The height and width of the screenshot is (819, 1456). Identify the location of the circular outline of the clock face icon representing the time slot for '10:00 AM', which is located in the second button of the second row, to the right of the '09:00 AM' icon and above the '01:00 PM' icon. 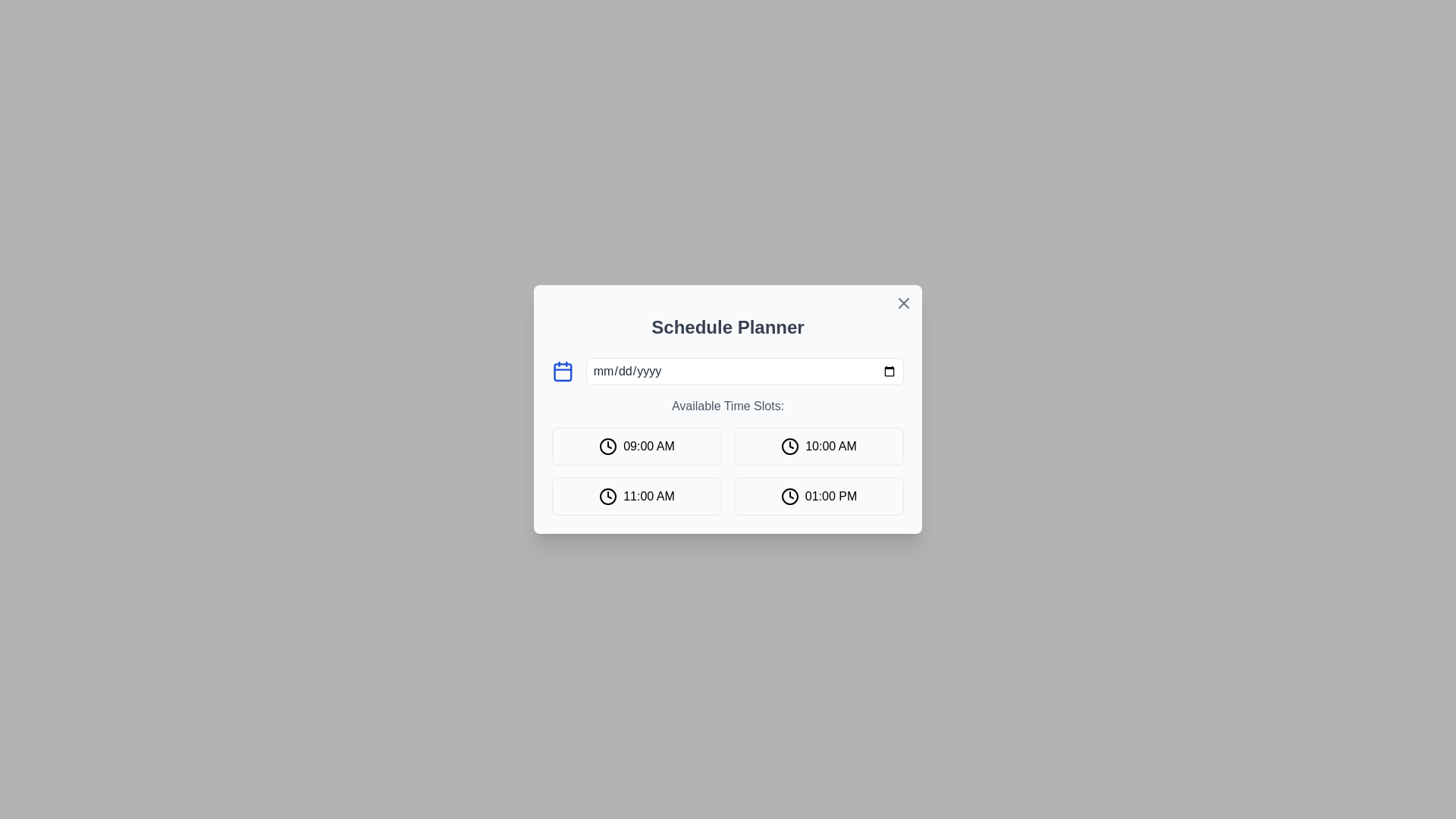
(789, 446).